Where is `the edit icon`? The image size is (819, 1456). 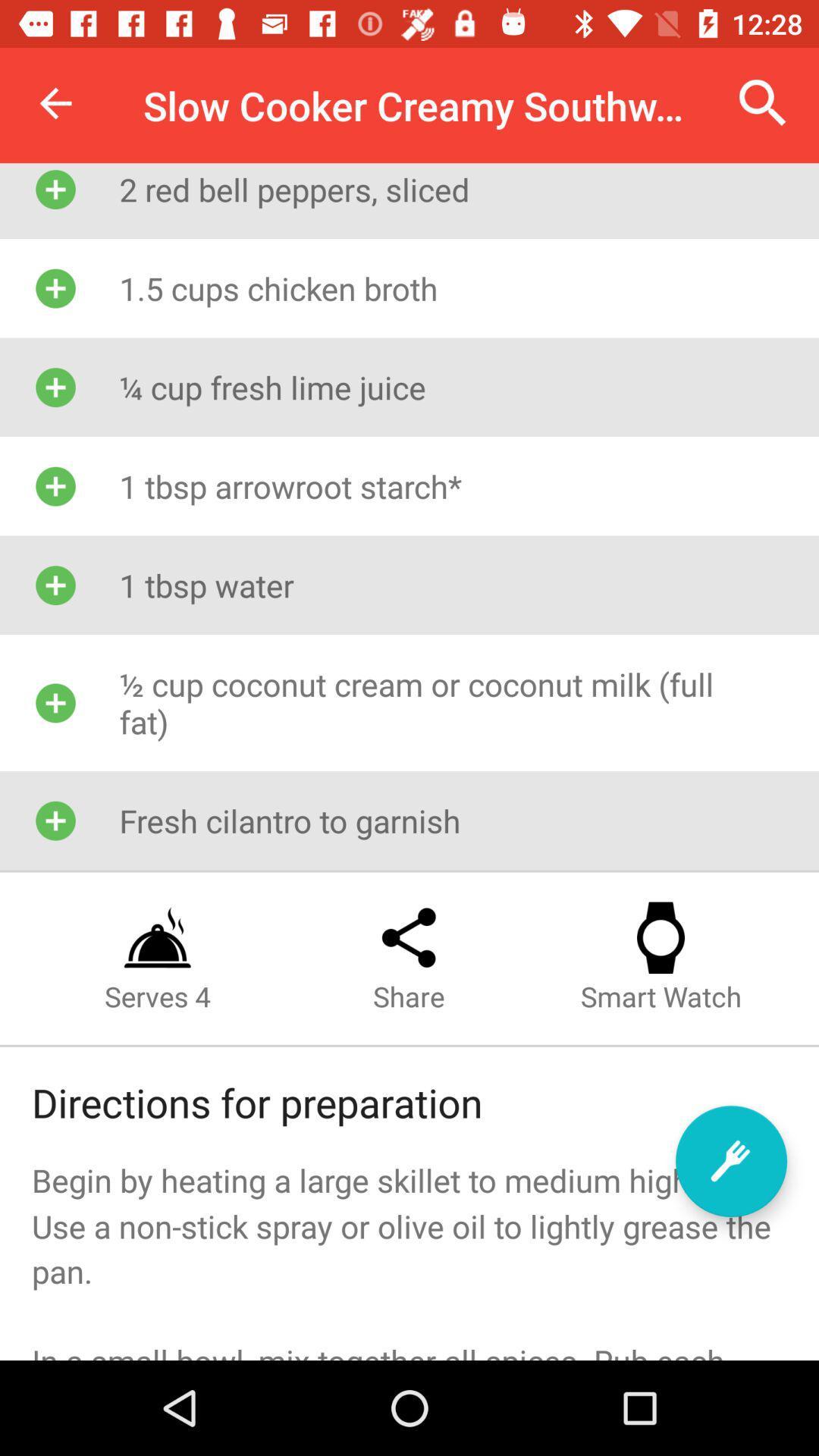
the edit icon is located at coordinates (730, 1160).